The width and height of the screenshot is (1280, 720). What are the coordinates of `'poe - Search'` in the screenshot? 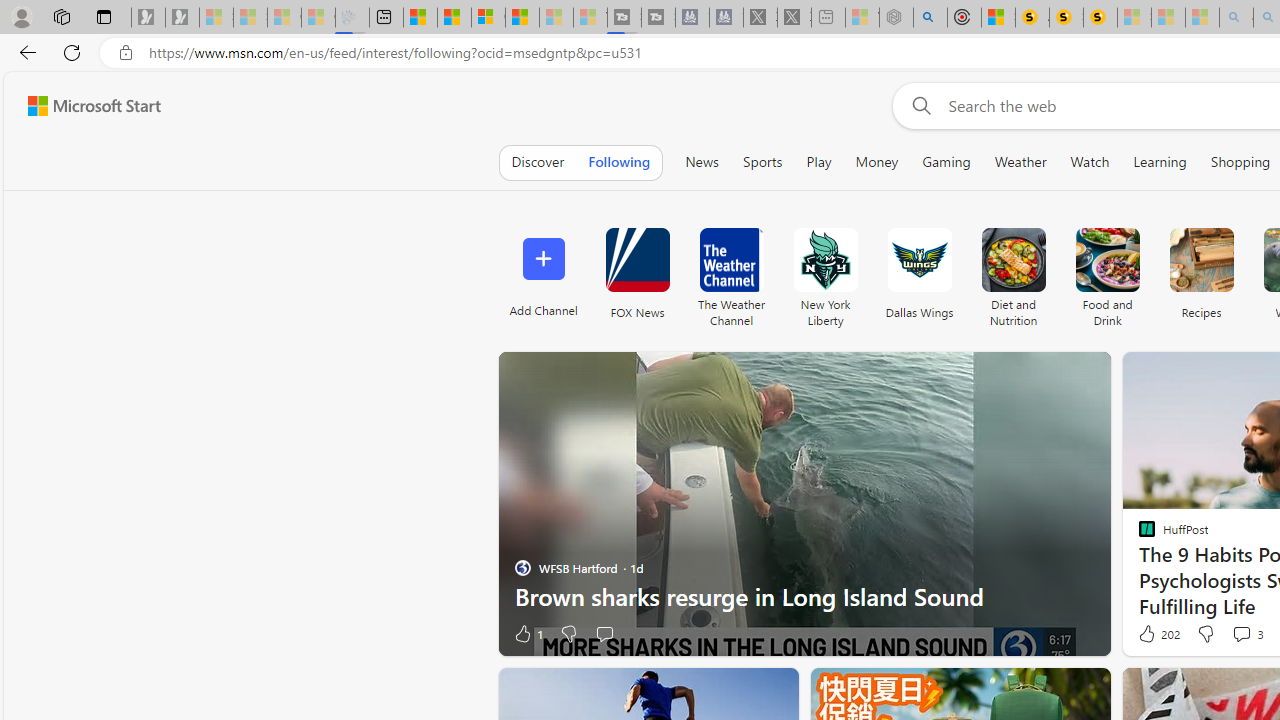 It's located at (929, 17).